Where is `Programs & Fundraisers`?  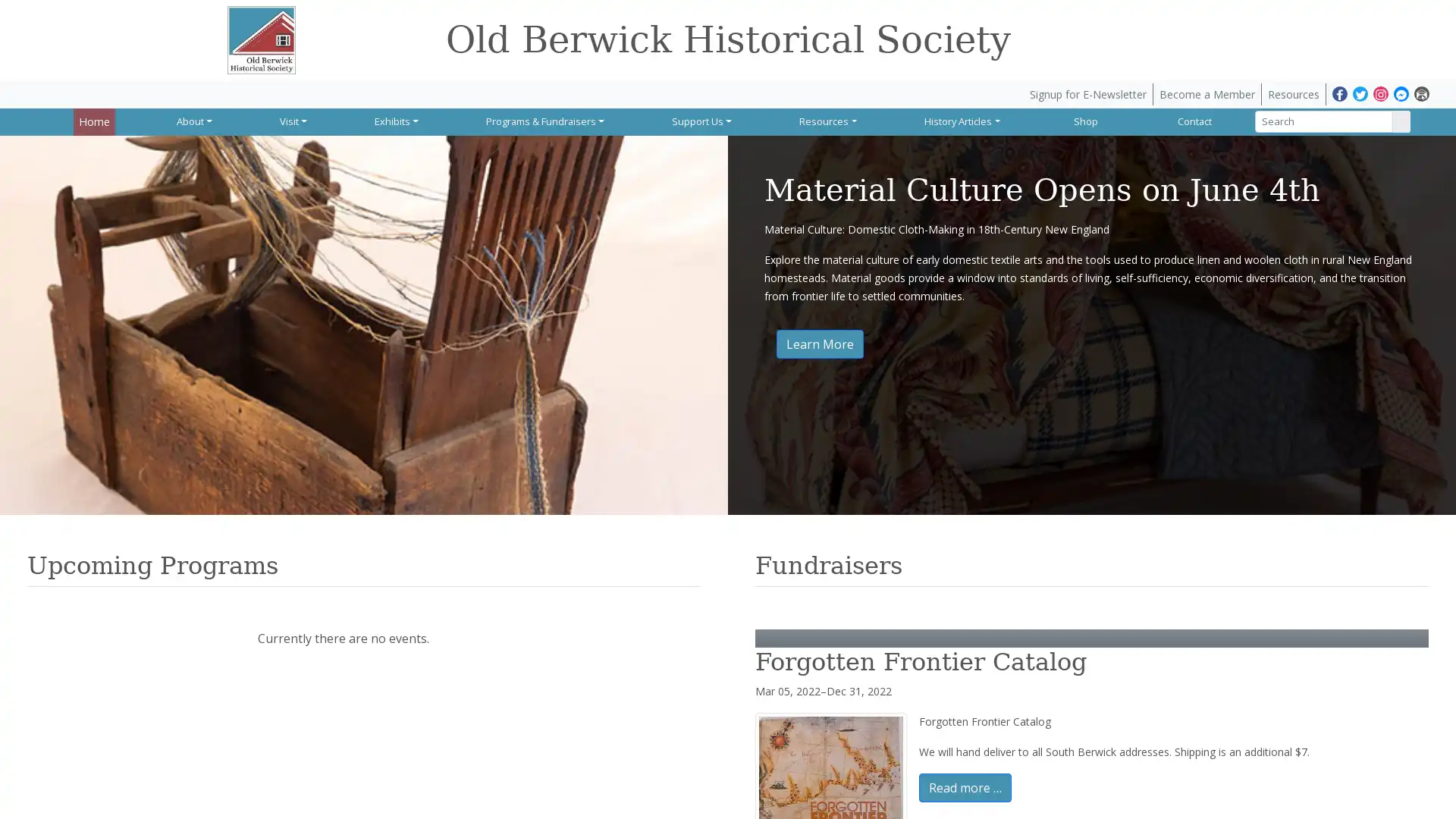 Programs & Fundraisers is located at coordinates (542, 120).